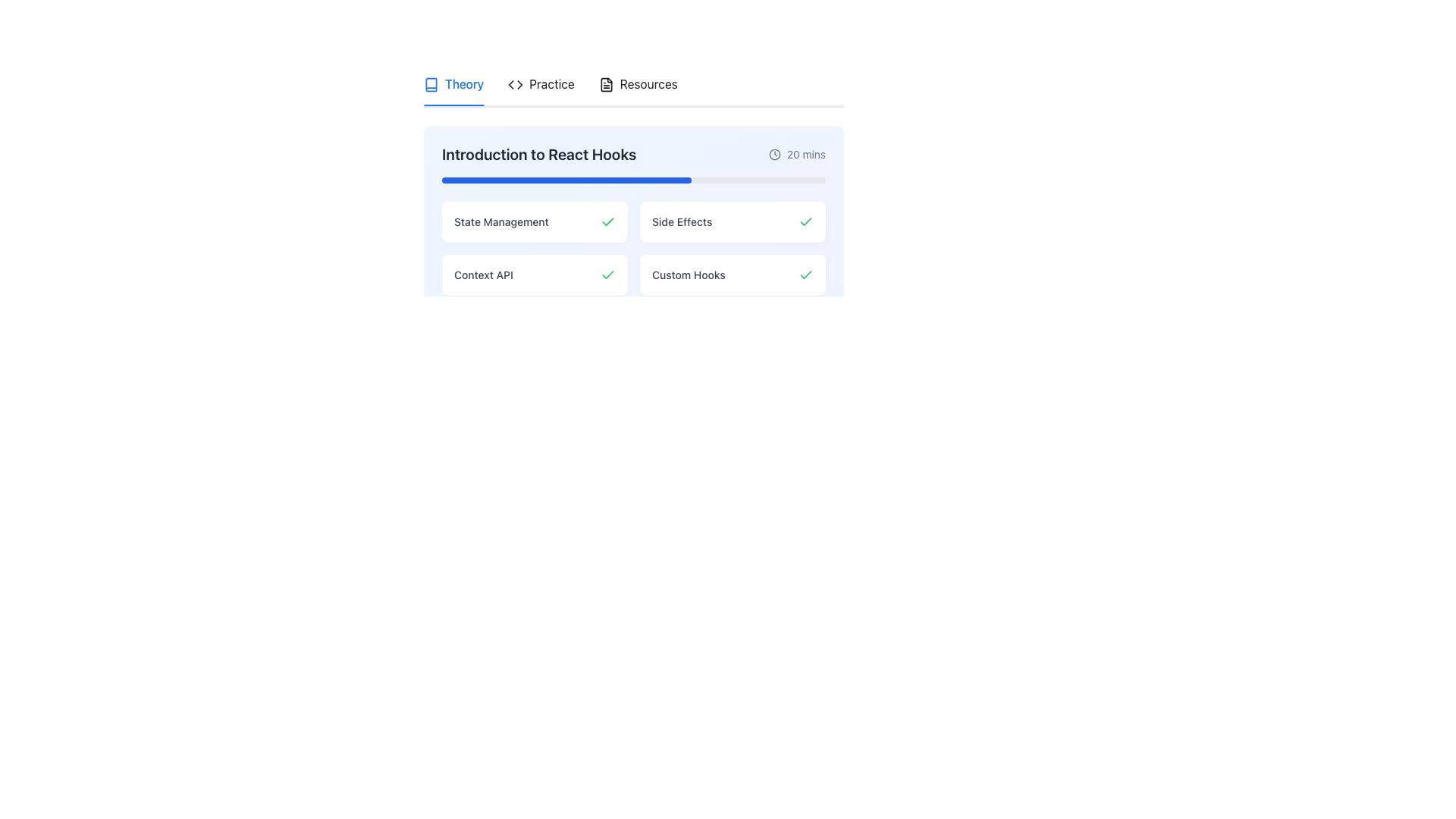 The width and height of the screenshot is (1456, 819). I want to click on the compact green outlined checkmark icon located at the right edge of the 'Custom Hooks' list item, so click(805, 275).